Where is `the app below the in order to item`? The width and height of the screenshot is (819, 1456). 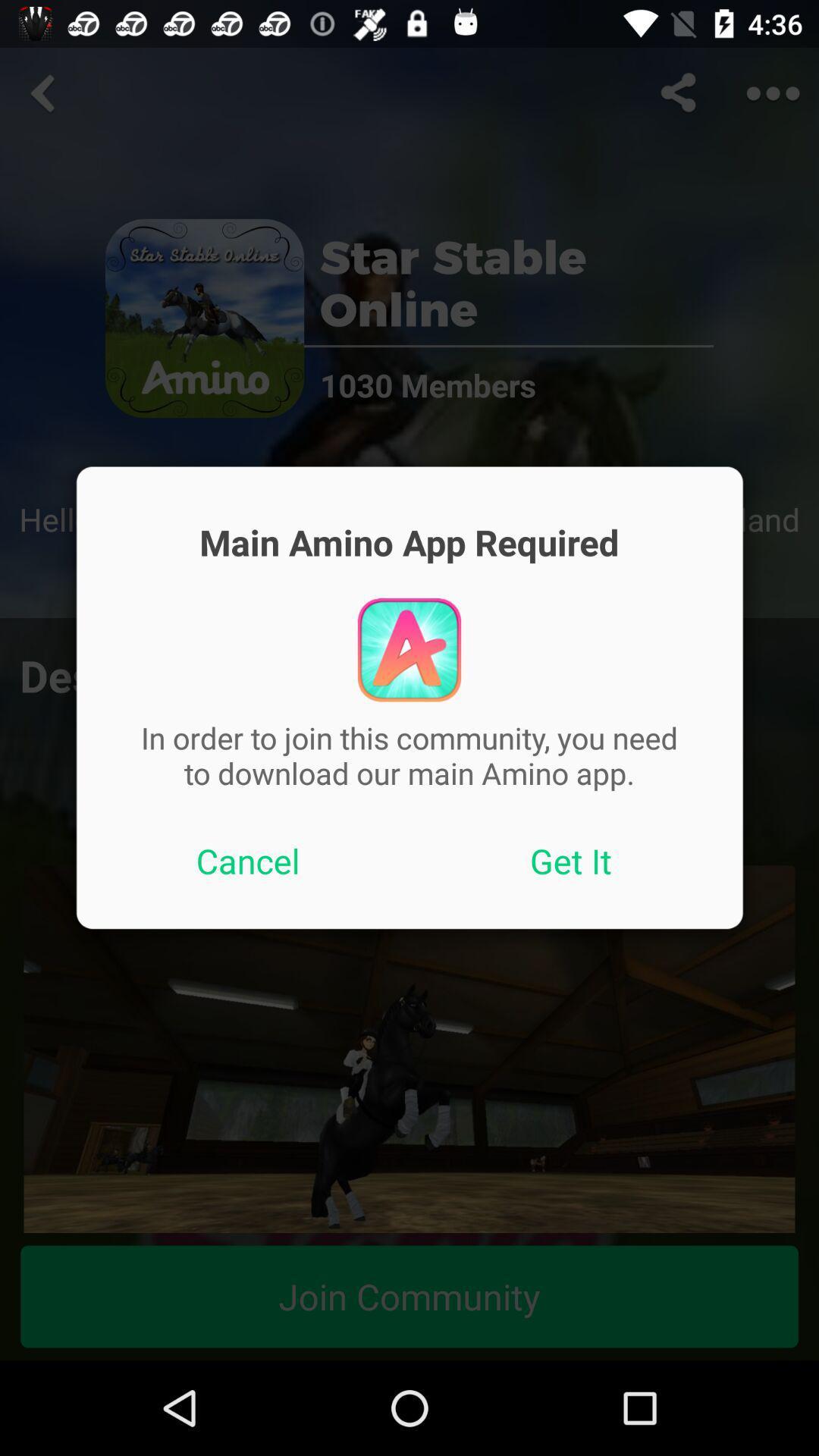 the app below the in order to item is located at coordinates (571, 861).